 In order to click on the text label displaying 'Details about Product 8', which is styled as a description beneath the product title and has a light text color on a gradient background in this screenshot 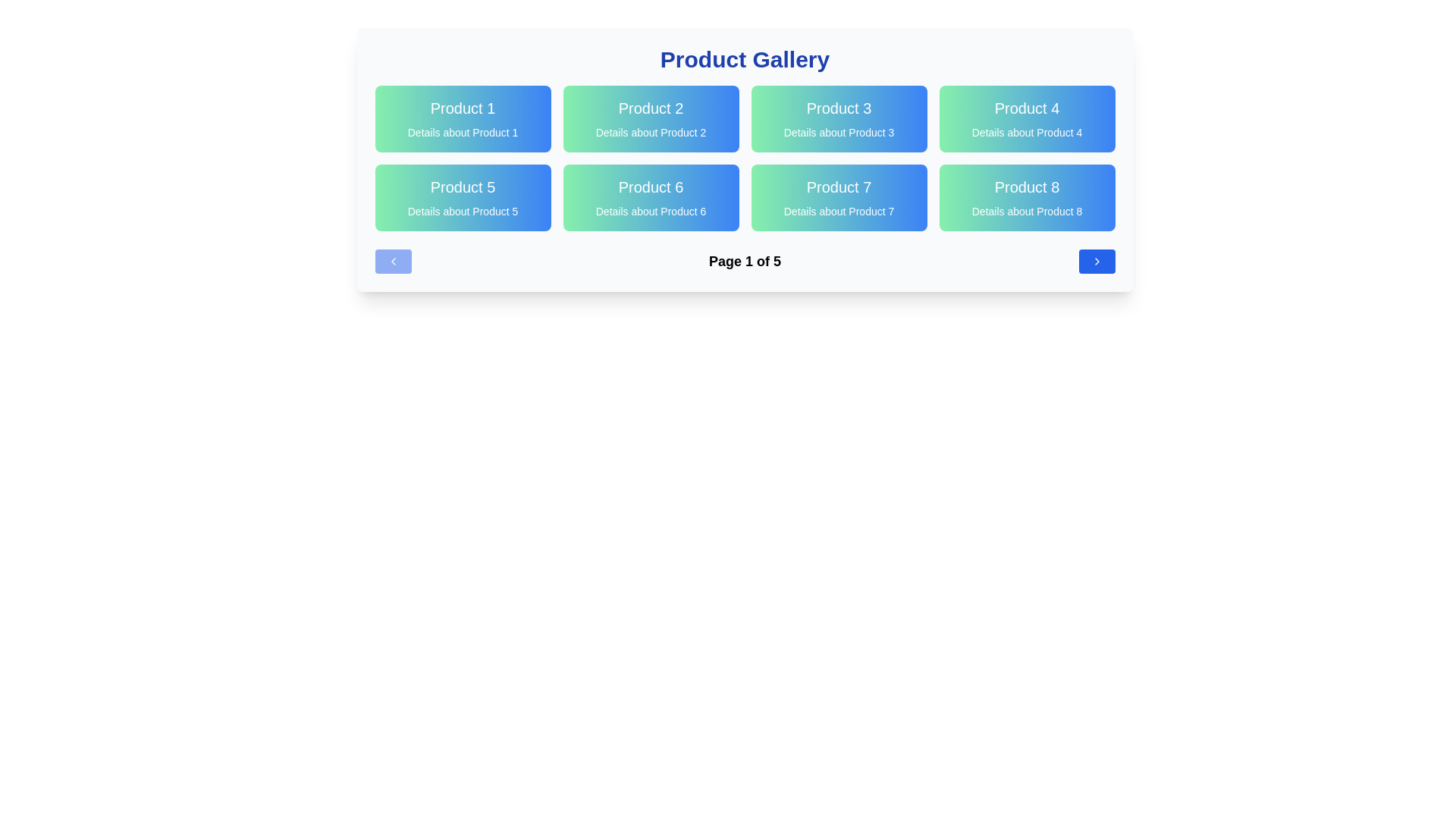, I will do `click(1027, 211)`.